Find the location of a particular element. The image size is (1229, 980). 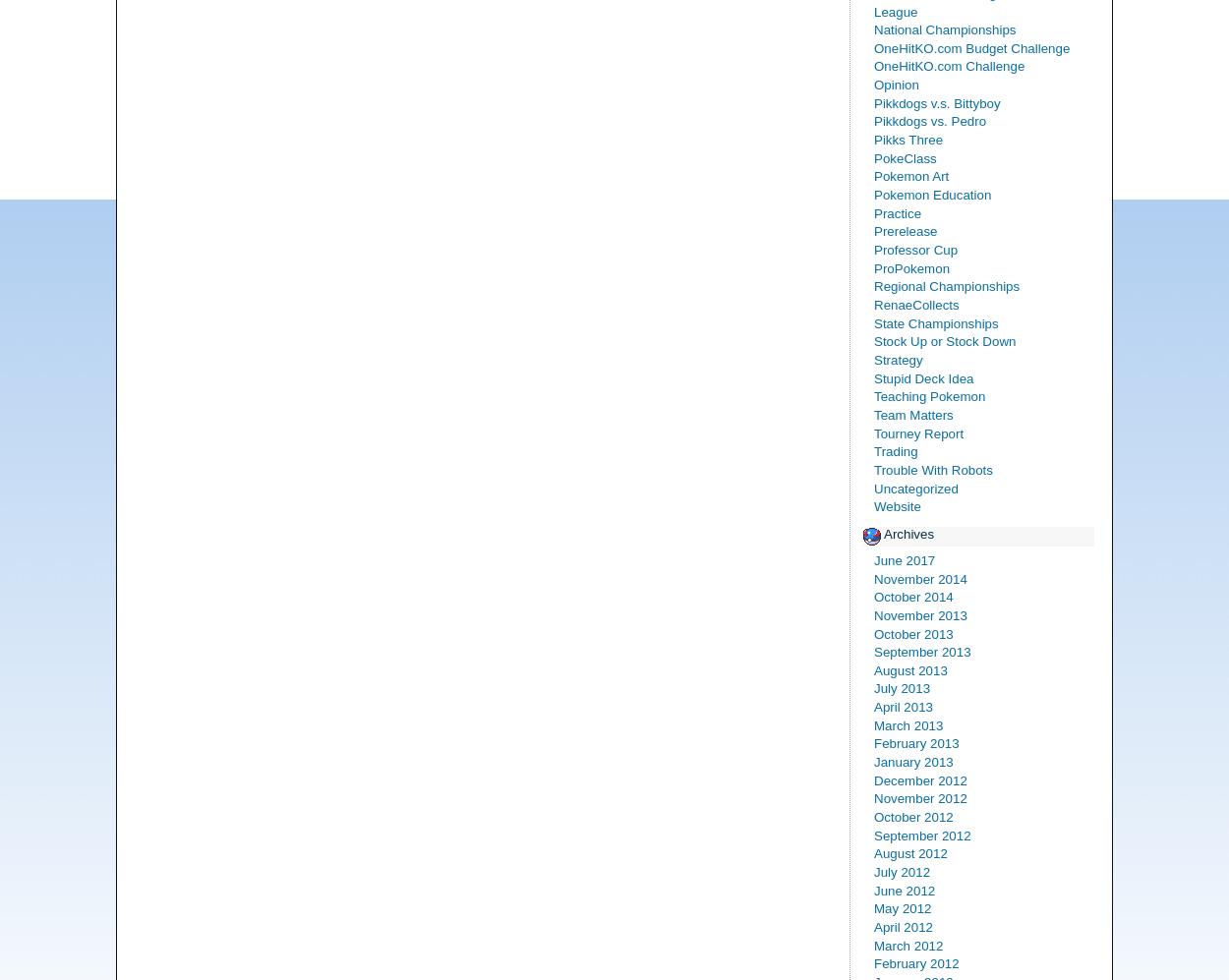

'Opinion' is located at coordinates (896, 84).